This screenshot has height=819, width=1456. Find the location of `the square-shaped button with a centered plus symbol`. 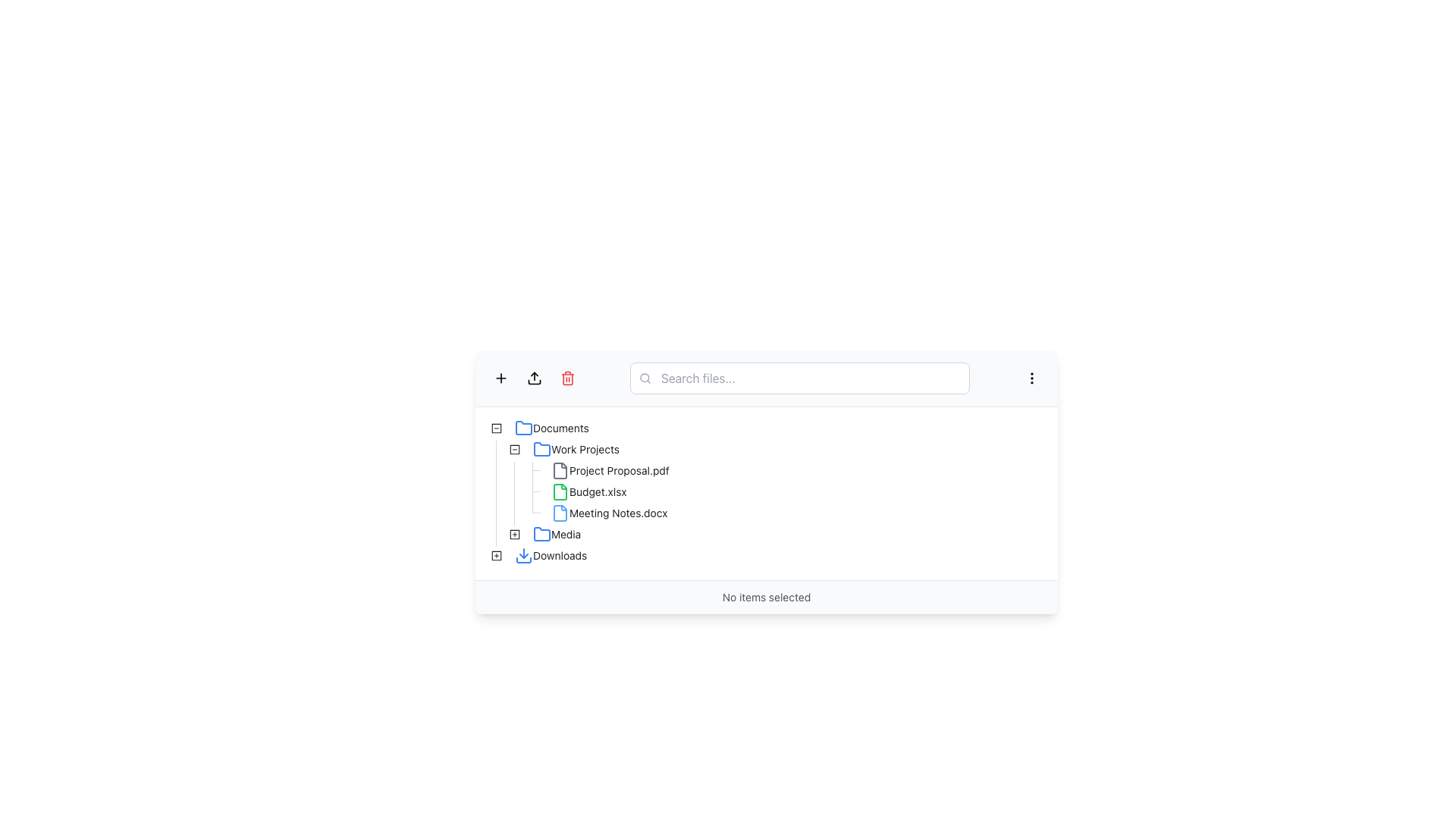

the square-shaped button with a centered plus symbol is located at coordinates (501, 377).